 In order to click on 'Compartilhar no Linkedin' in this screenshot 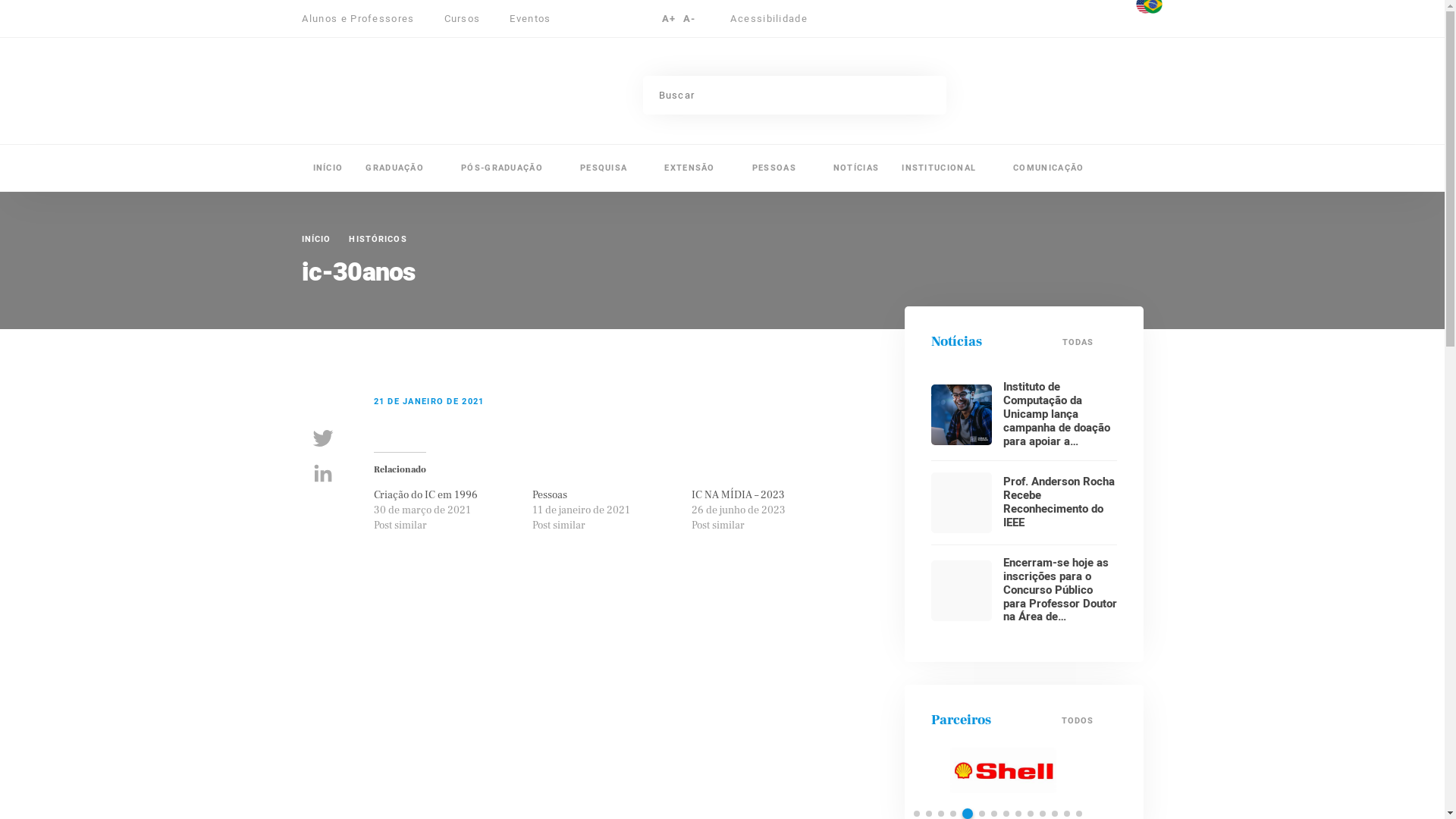, I will do `click(322, 472)`.